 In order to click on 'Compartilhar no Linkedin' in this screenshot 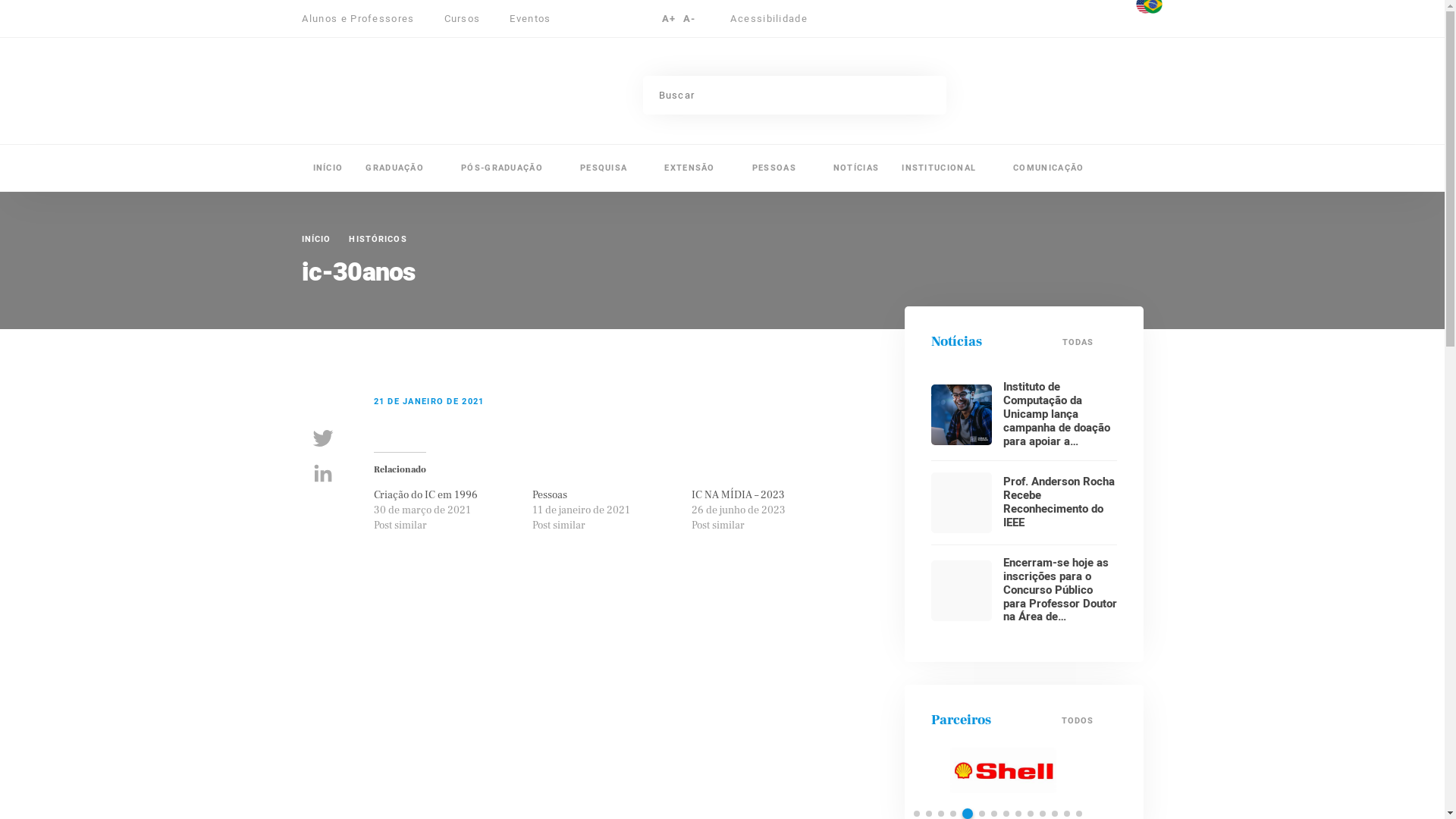, I will do `click(322, 472)`.